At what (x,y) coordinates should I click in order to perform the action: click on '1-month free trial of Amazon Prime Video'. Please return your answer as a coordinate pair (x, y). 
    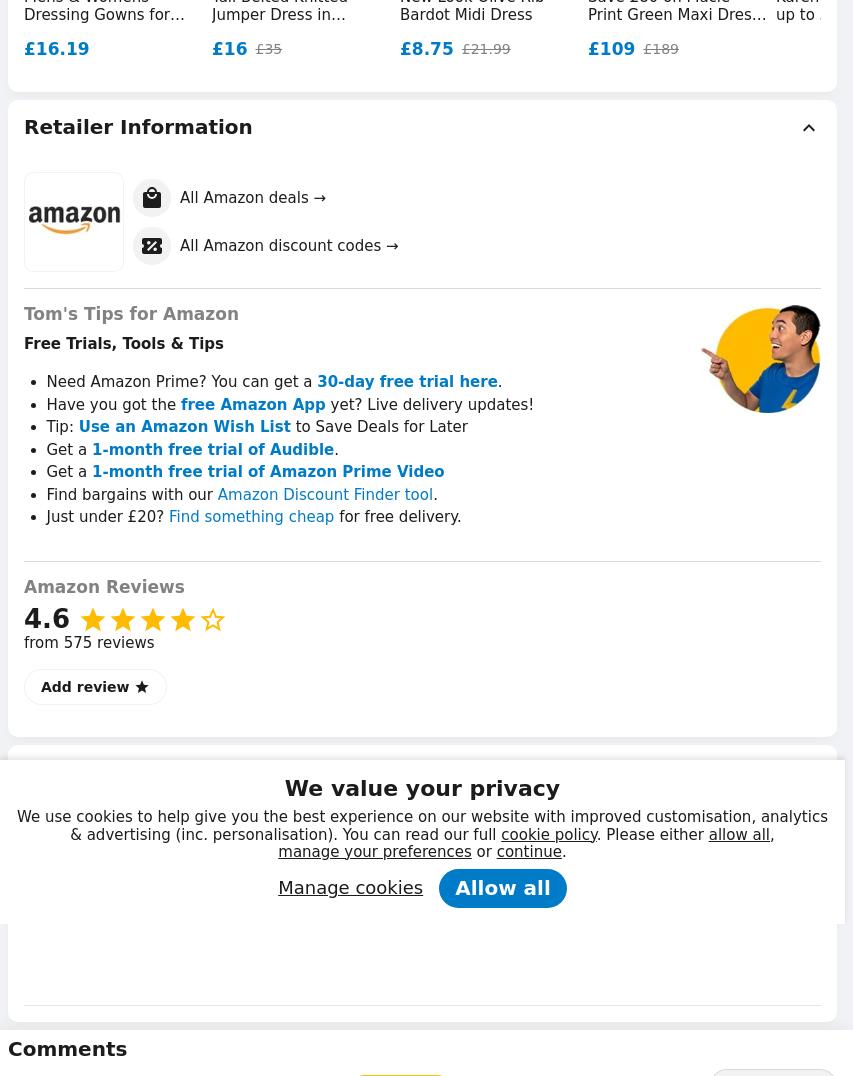
    Looking at the image, I should click on (90, 471).